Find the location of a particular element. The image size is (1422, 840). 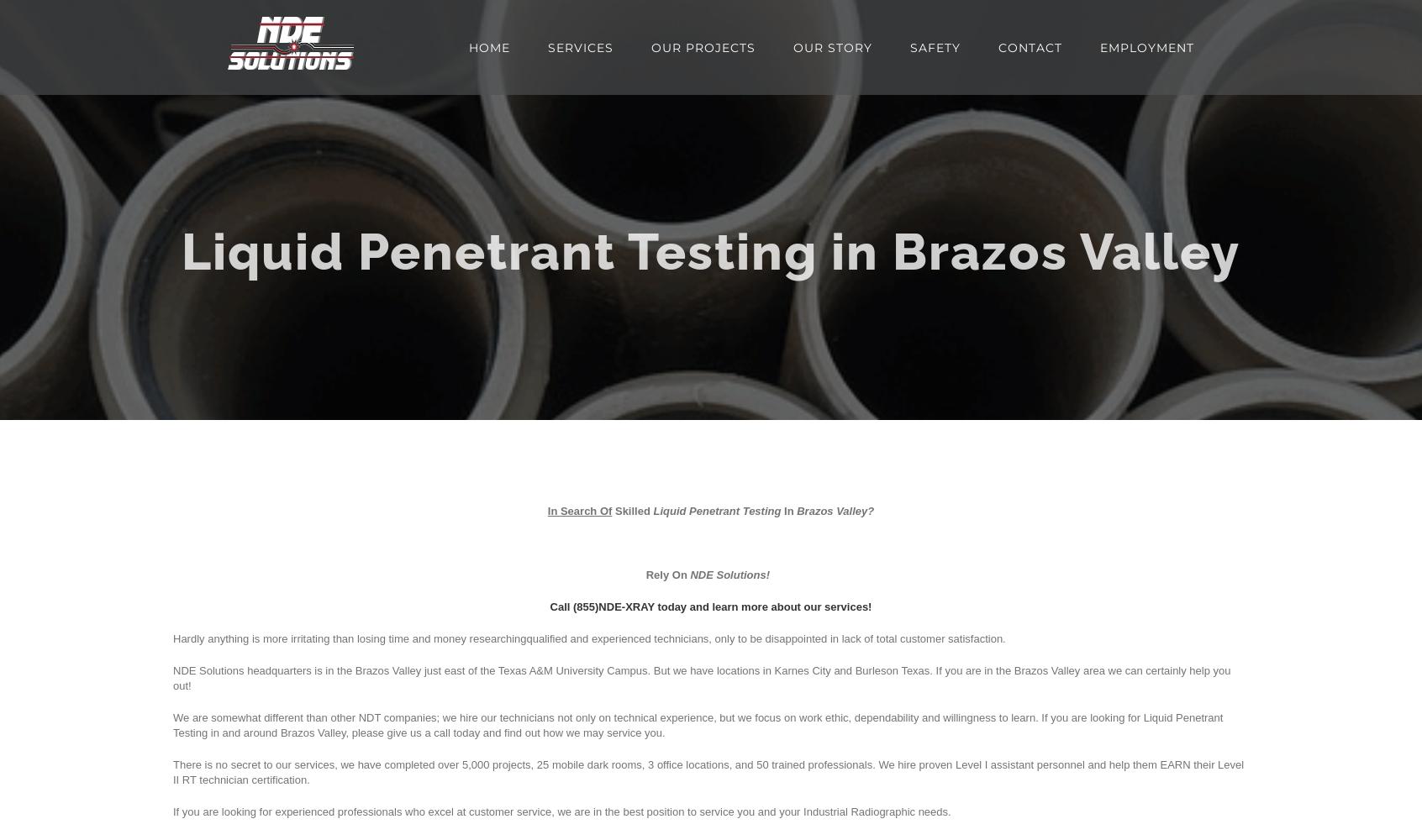

'Call (855)NDE-XRAY today and learn more about our services!' is located at coordinates (710, 606).